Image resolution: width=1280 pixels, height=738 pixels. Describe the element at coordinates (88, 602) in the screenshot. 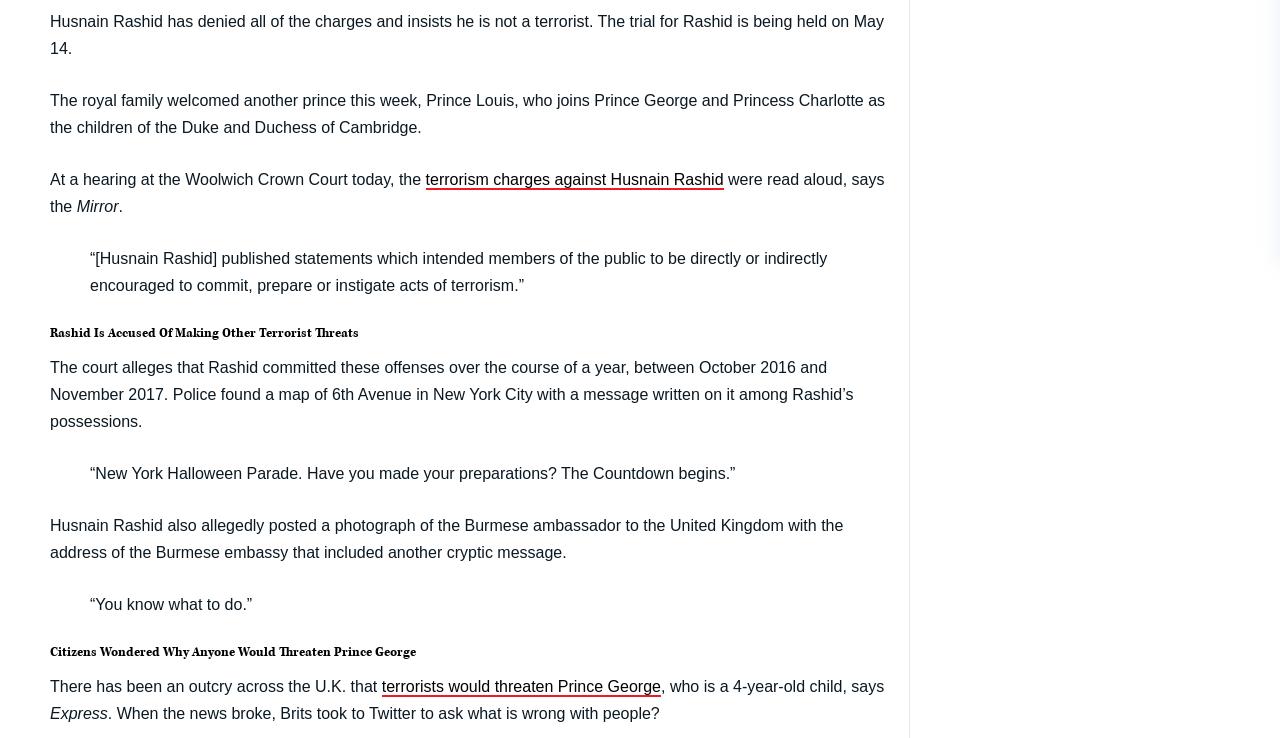

I see `'“You know what to do.”'` at that location.